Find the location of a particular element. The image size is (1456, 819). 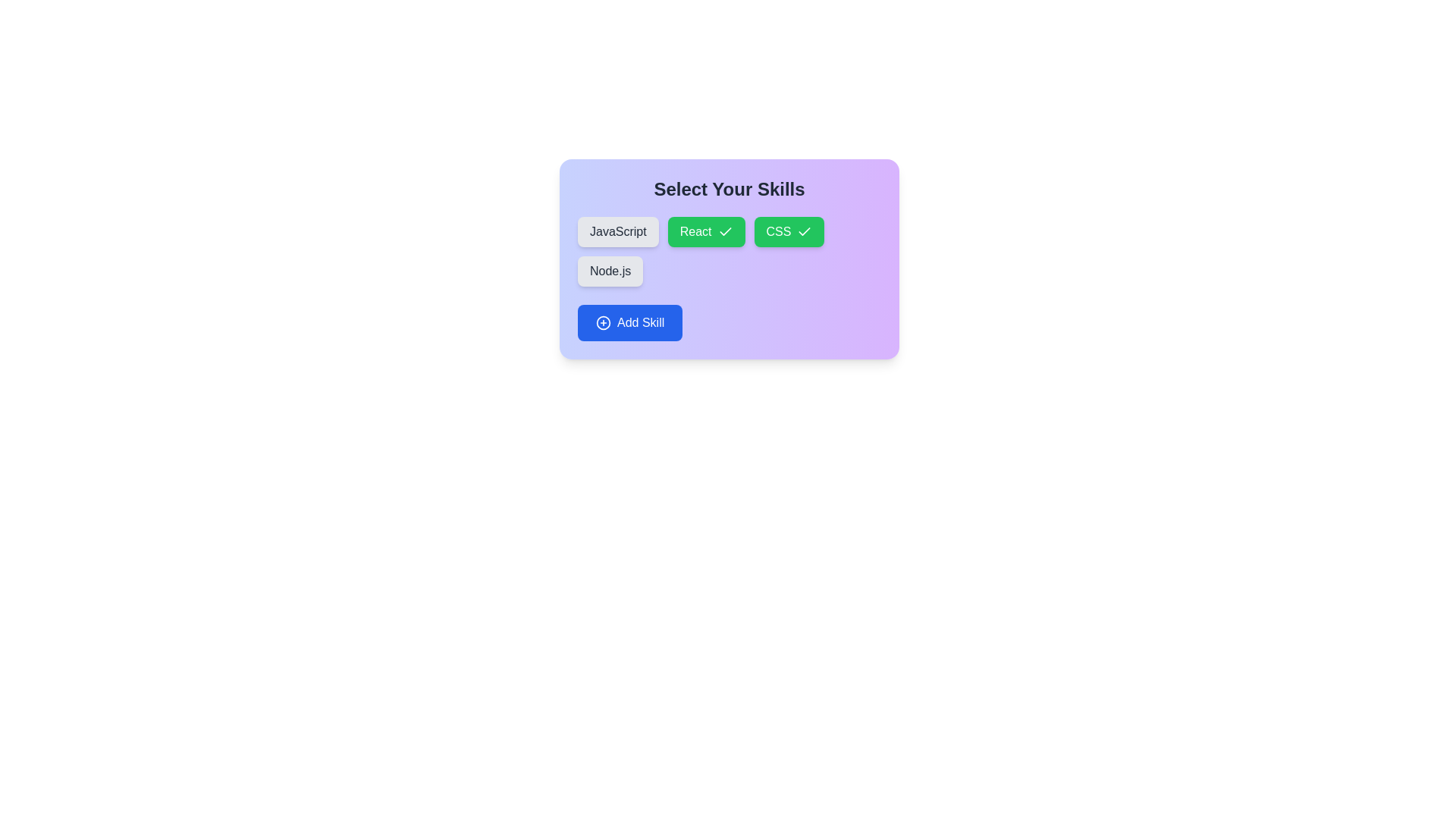

the skill CSS is located at coordinates (789, 231).